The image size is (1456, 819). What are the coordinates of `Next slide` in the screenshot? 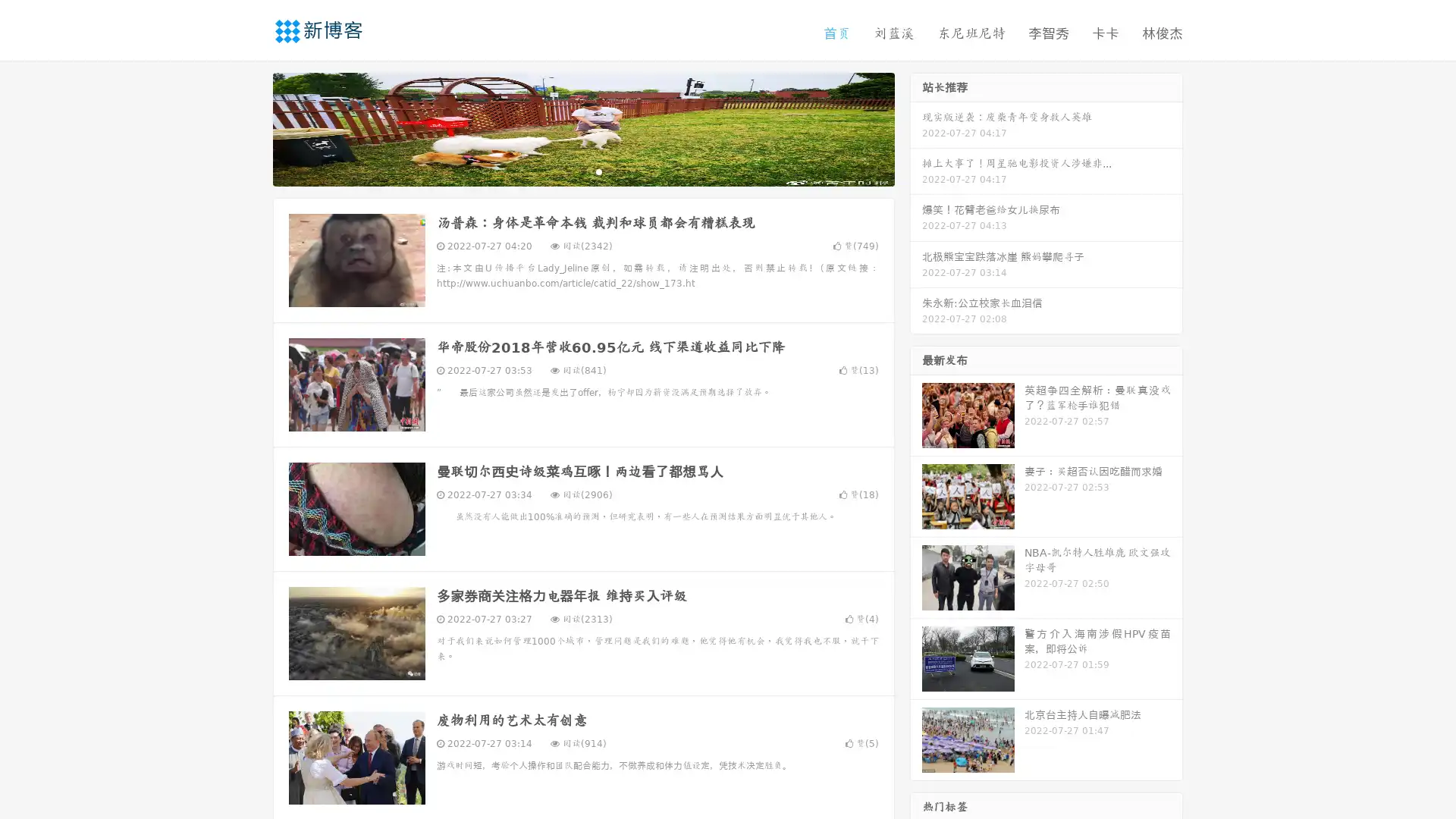 It's located at (916, 127).